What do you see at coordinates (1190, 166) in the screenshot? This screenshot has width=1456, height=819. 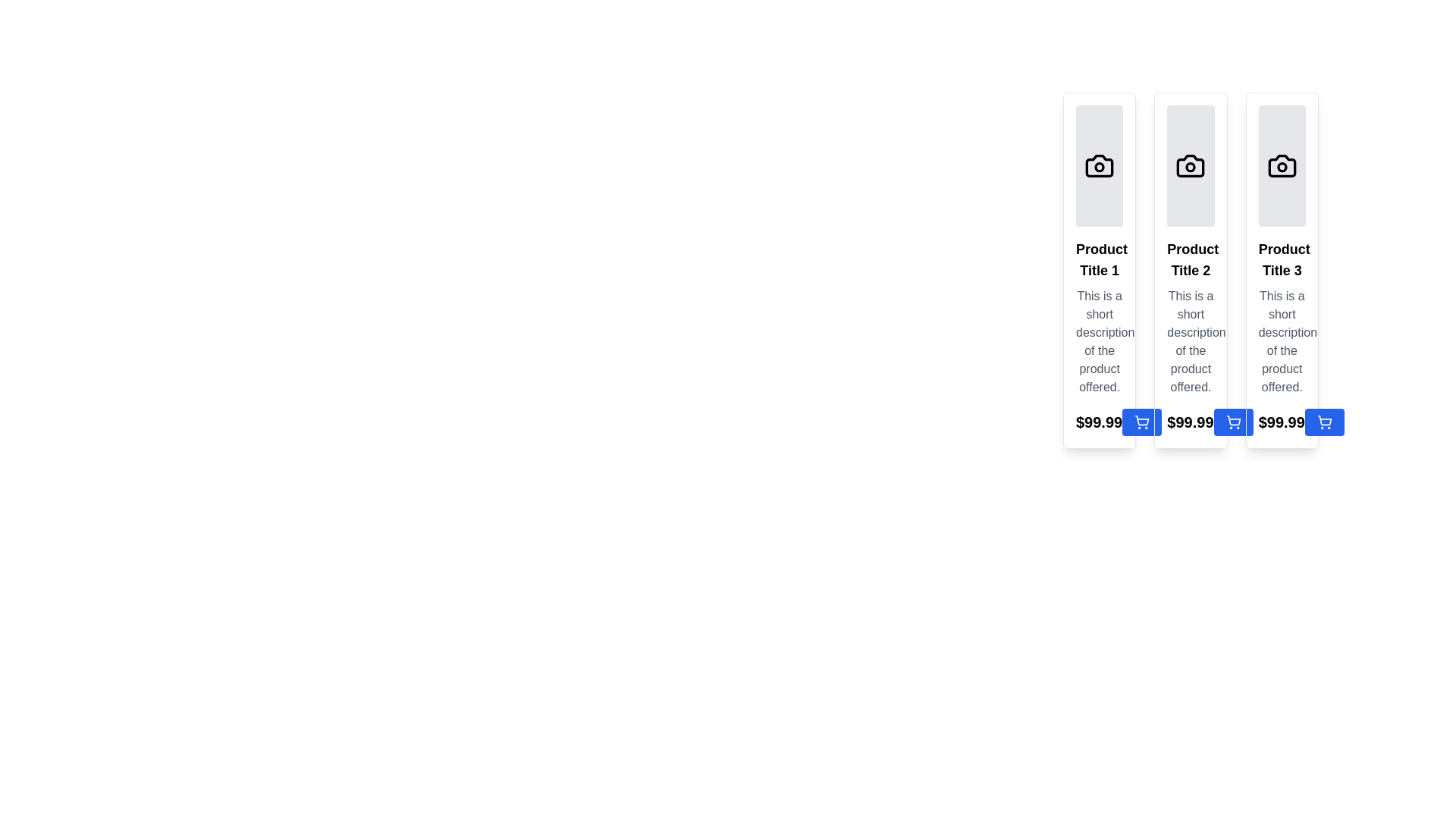 I see `the graphical placeholder element for 'Product Title 2', which serves as a visual placeholder or button for image upload or display` at bounding box center [1190, 166].